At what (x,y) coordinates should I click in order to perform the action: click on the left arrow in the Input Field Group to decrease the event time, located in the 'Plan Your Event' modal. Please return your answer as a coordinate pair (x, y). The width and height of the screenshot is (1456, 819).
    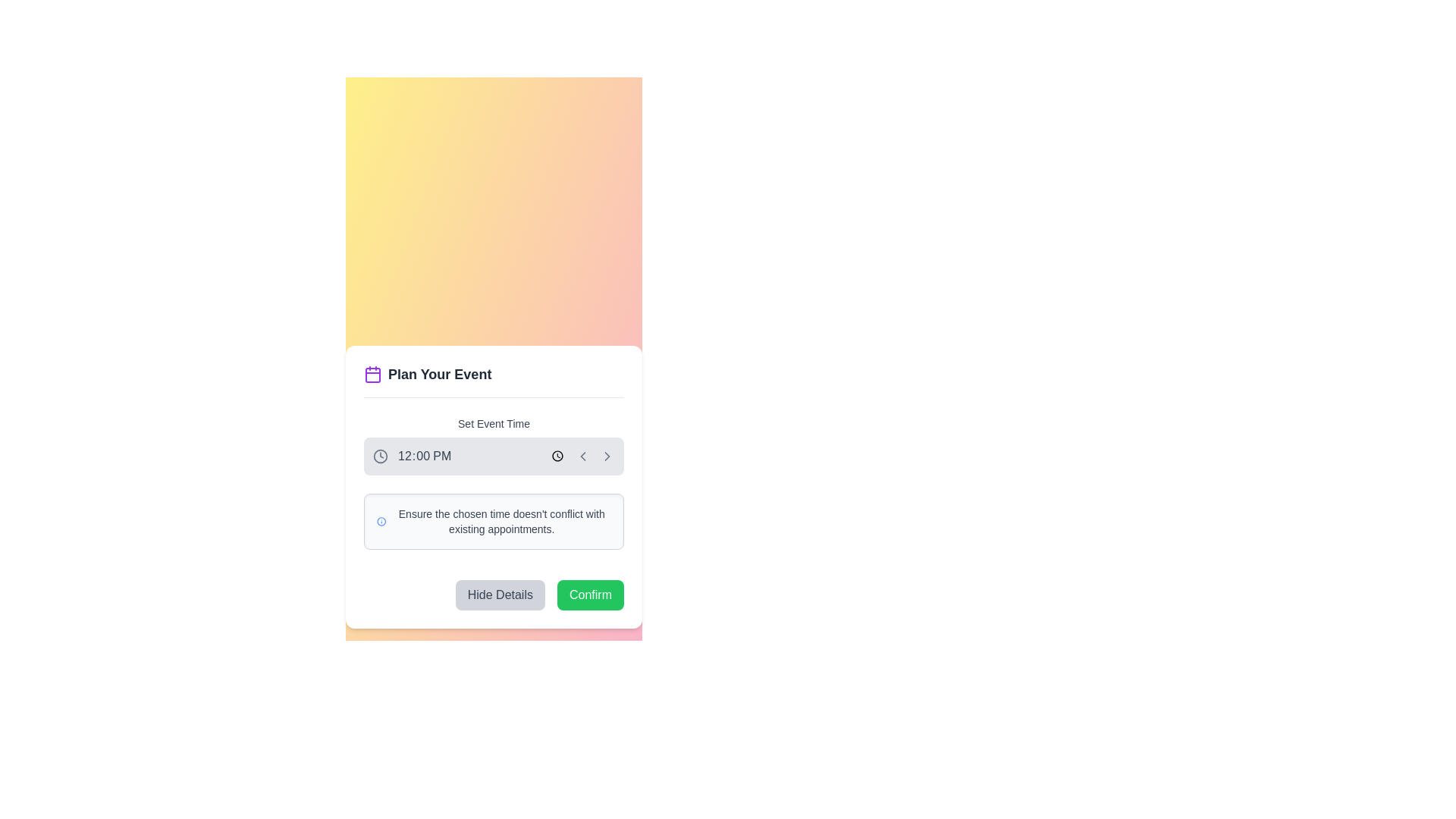
    Looking at the image, I should click on (494, 444).